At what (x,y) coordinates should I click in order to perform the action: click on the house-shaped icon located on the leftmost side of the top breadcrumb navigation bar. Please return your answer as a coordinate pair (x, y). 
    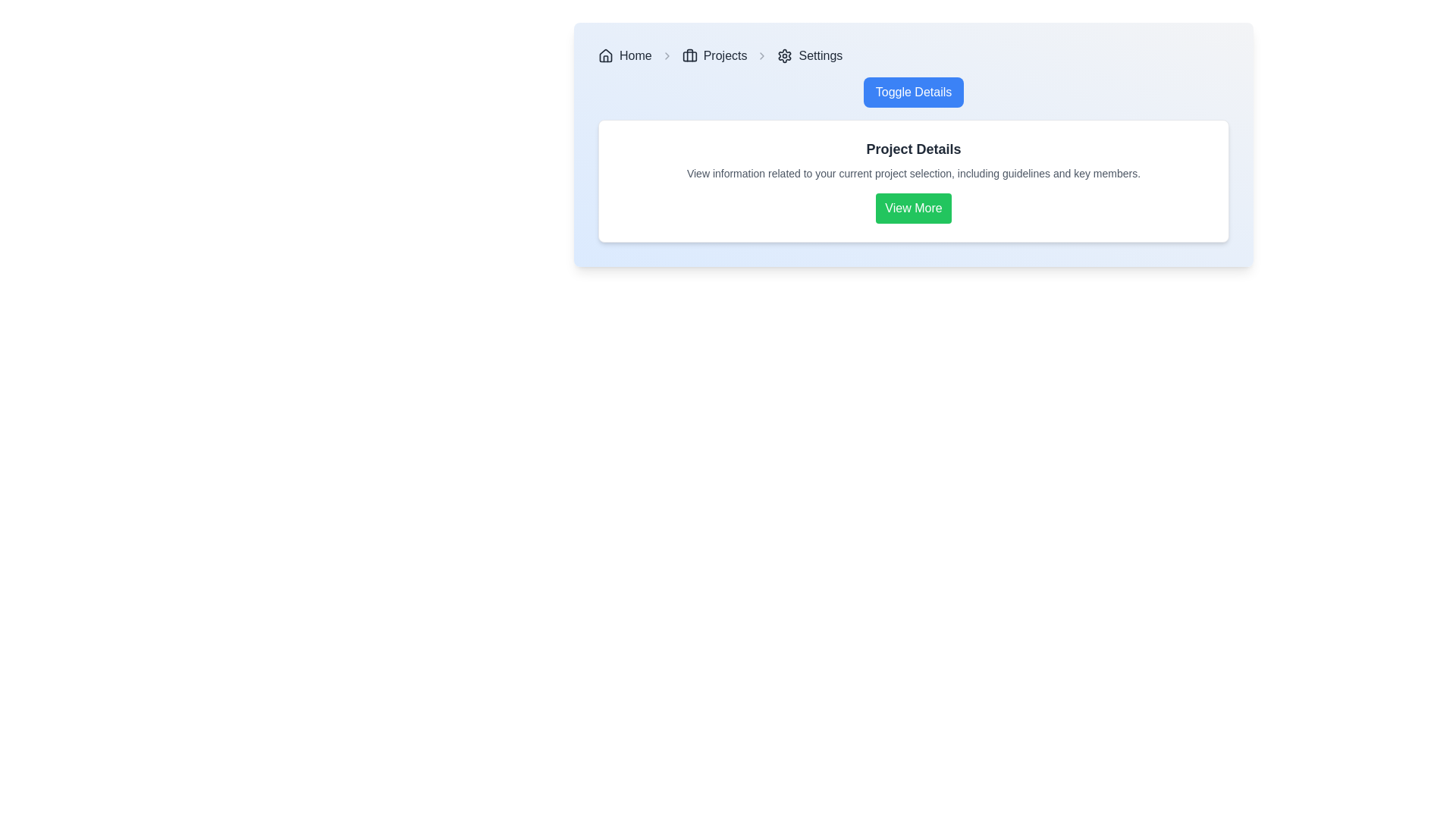
    Looking at the image, I should click on (604, 55).